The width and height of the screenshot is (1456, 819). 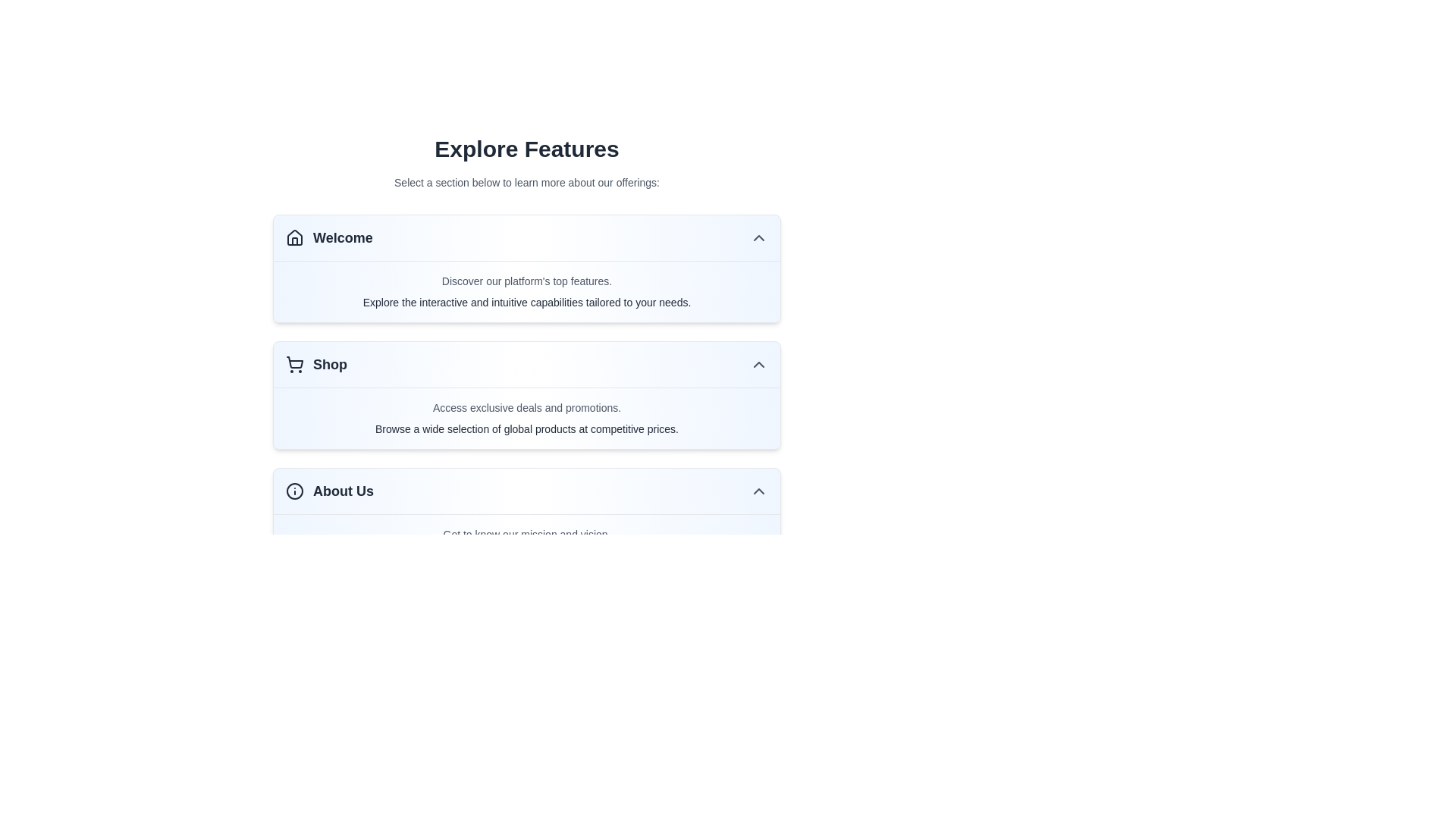 I want to click on the introductory static text located in the 'Welcome' section, which is centered horizontally and positioned above another descriptive text, so click(x=527, y=281).